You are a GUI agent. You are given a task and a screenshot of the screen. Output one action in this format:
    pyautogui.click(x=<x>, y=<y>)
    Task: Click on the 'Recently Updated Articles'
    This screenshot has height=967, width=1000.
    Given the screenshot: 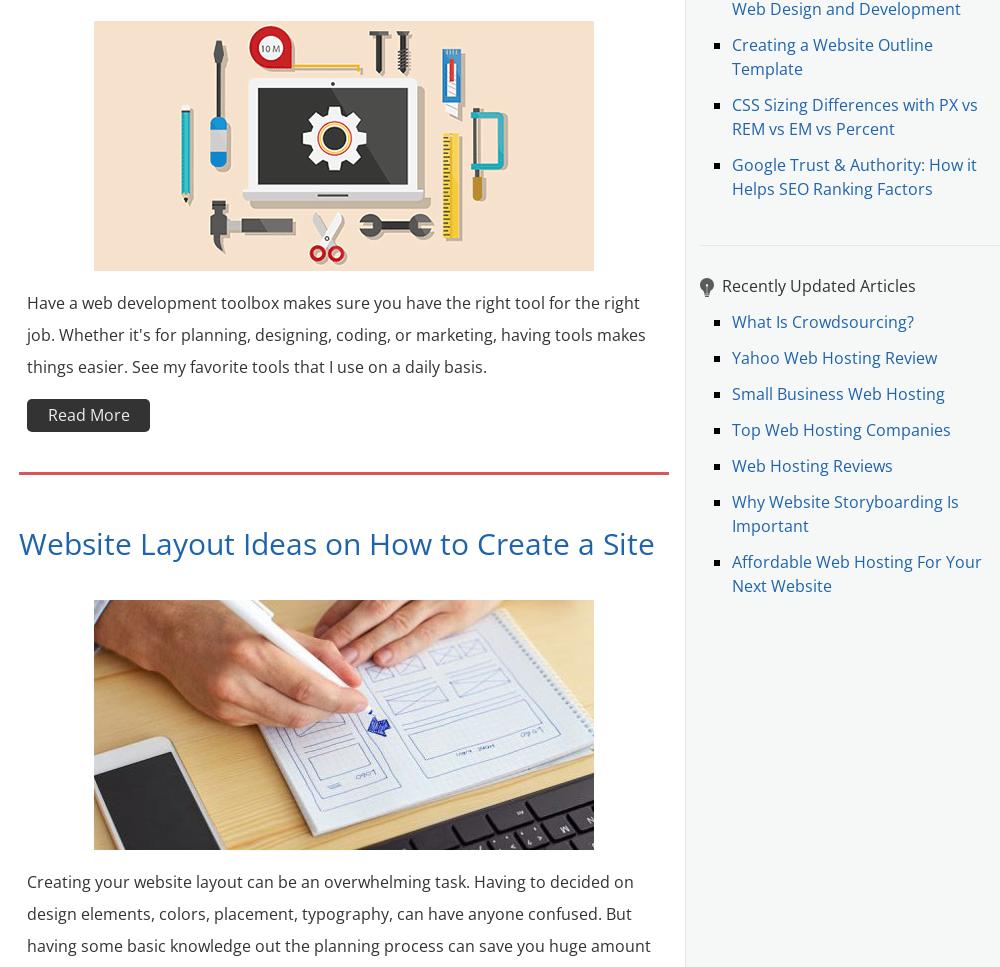 What is the action you would take?
    pyautogui.click(x=818, y=285)
    